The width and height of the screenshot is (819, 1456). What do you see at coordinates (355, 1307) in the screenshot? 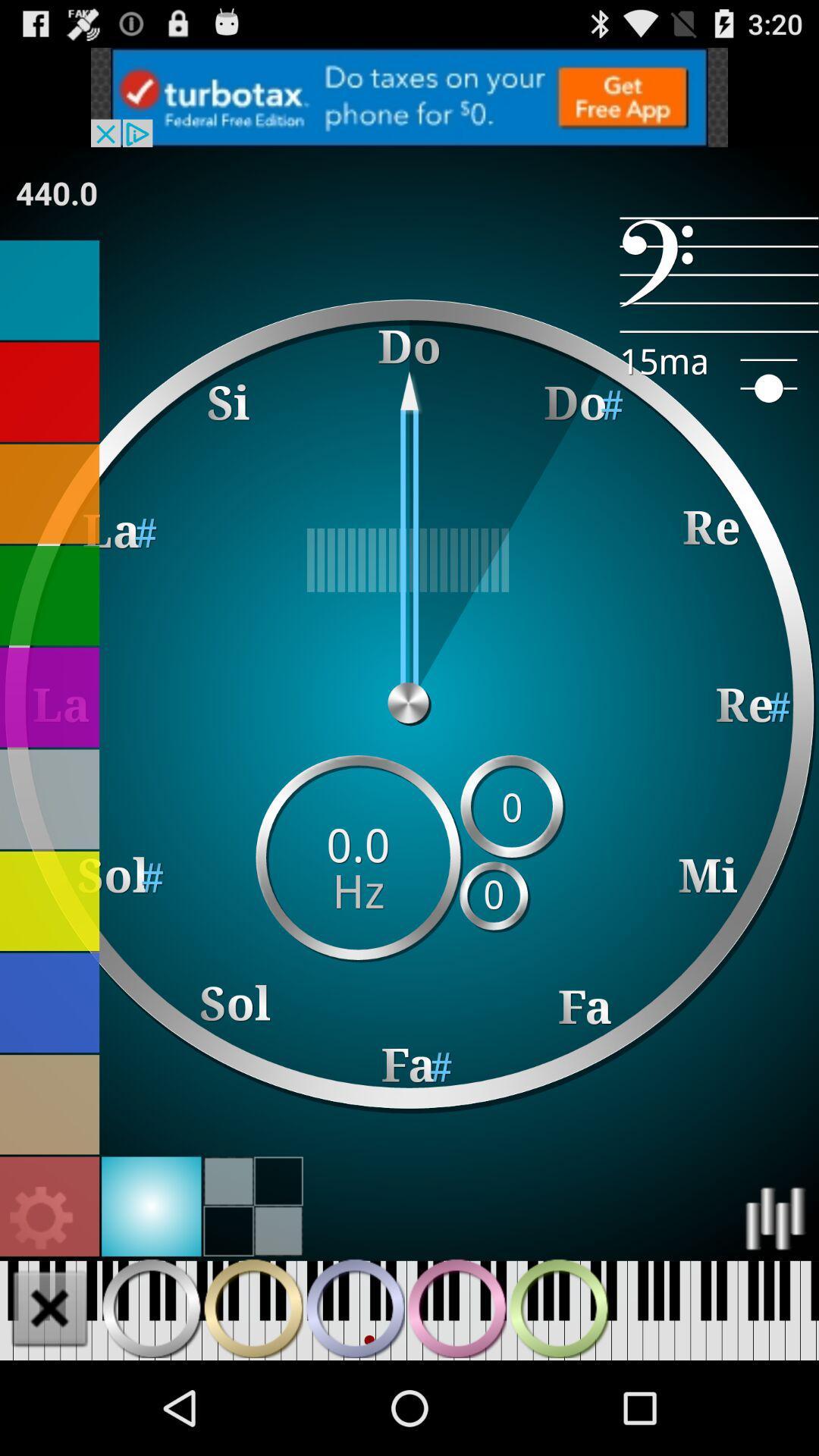
I see `music keyboard button` at bounding box center [355, 1307].